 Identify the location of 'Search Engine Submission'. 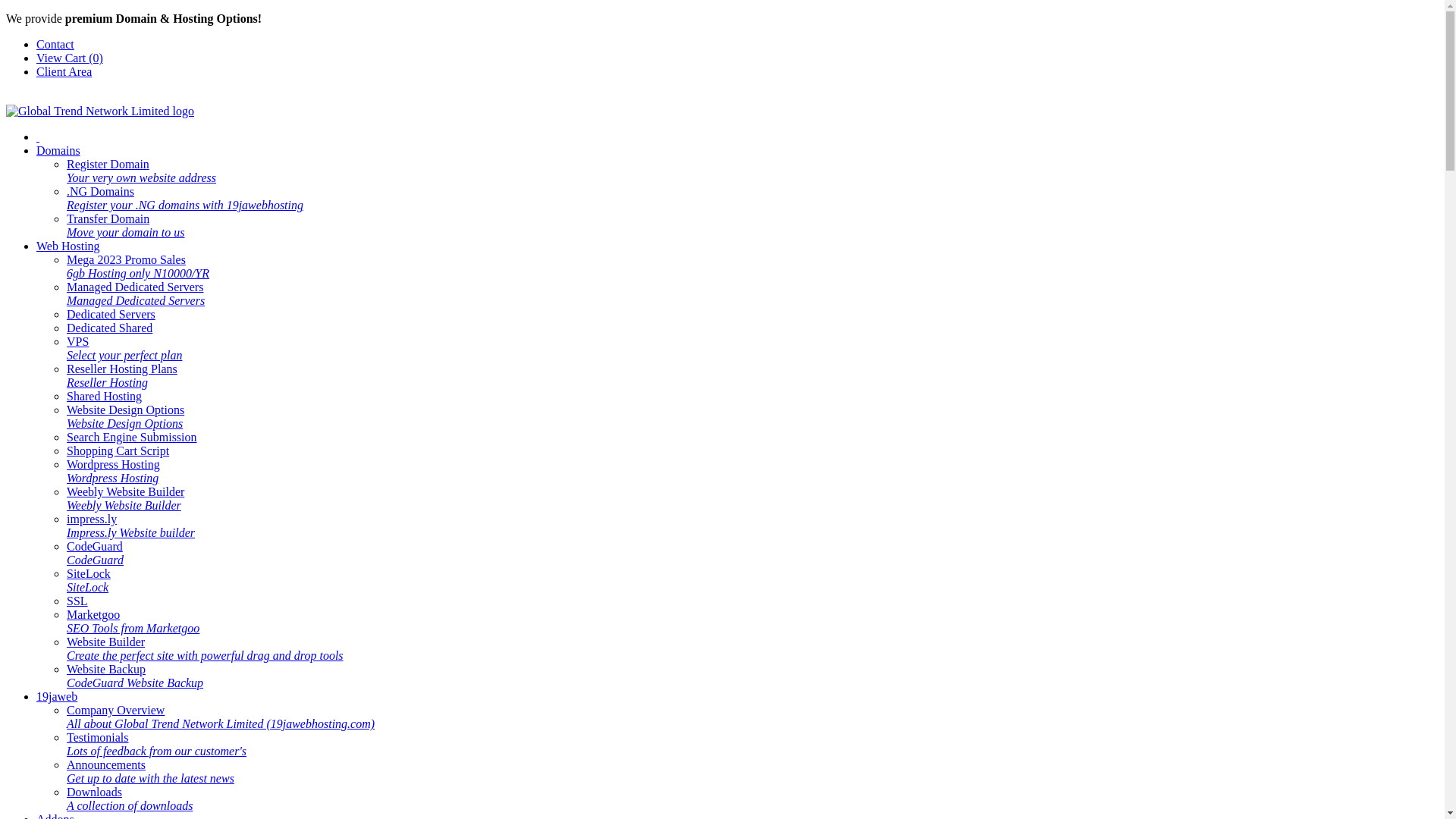
(131, 437).